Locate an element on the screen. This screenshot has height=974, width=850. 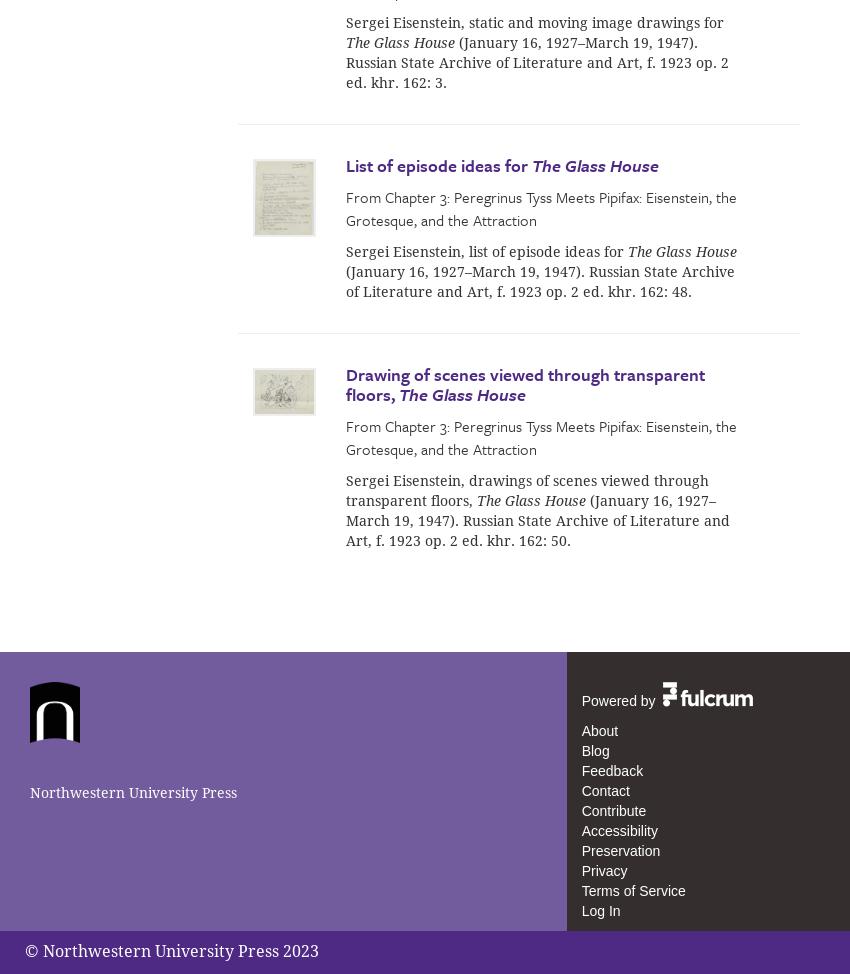
'List of episode ideas for' is located at coordinates (438, 165).